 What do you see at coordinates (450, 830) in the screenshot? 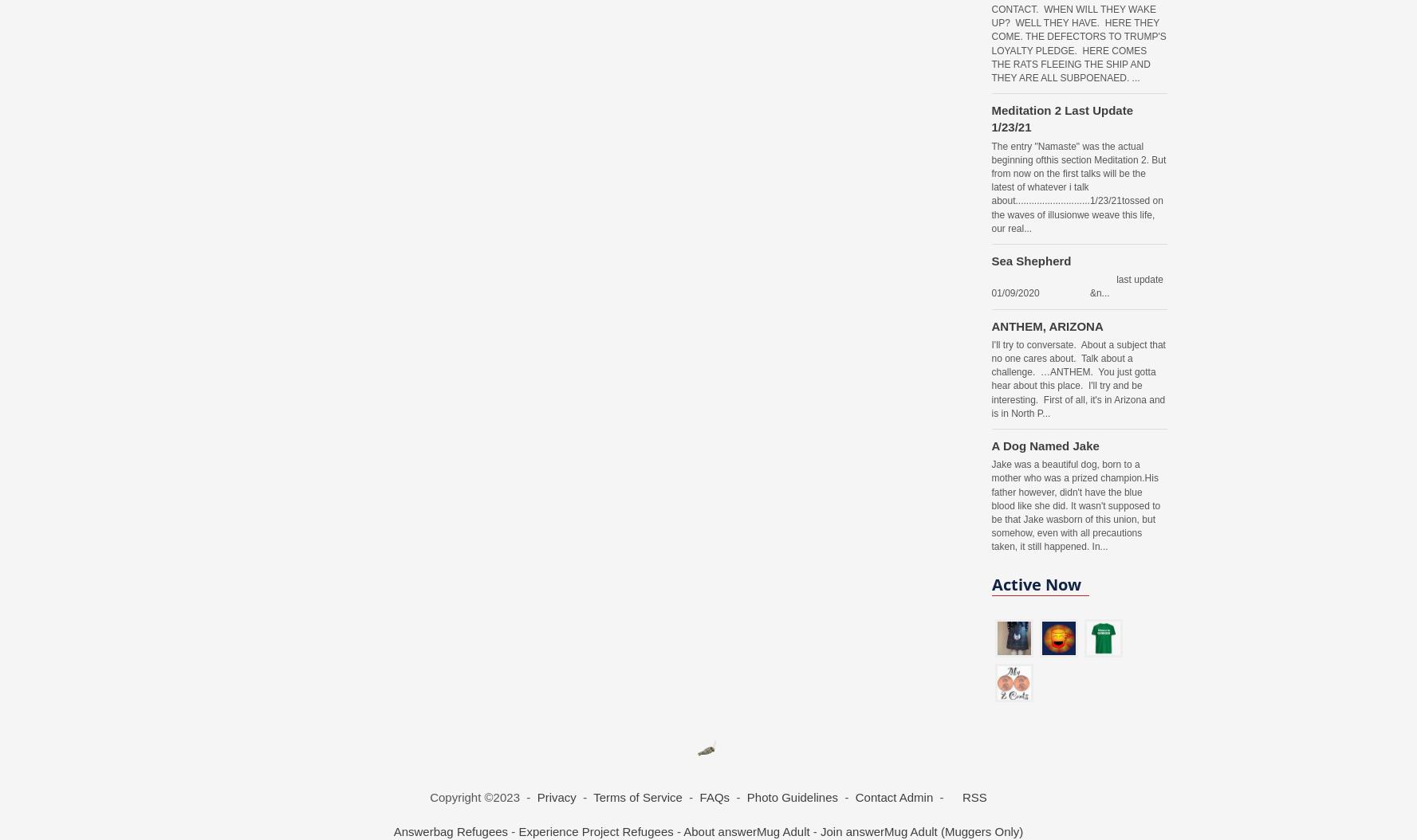
I see `'Answerbag Refugees'` at bounding box center [450, 830].